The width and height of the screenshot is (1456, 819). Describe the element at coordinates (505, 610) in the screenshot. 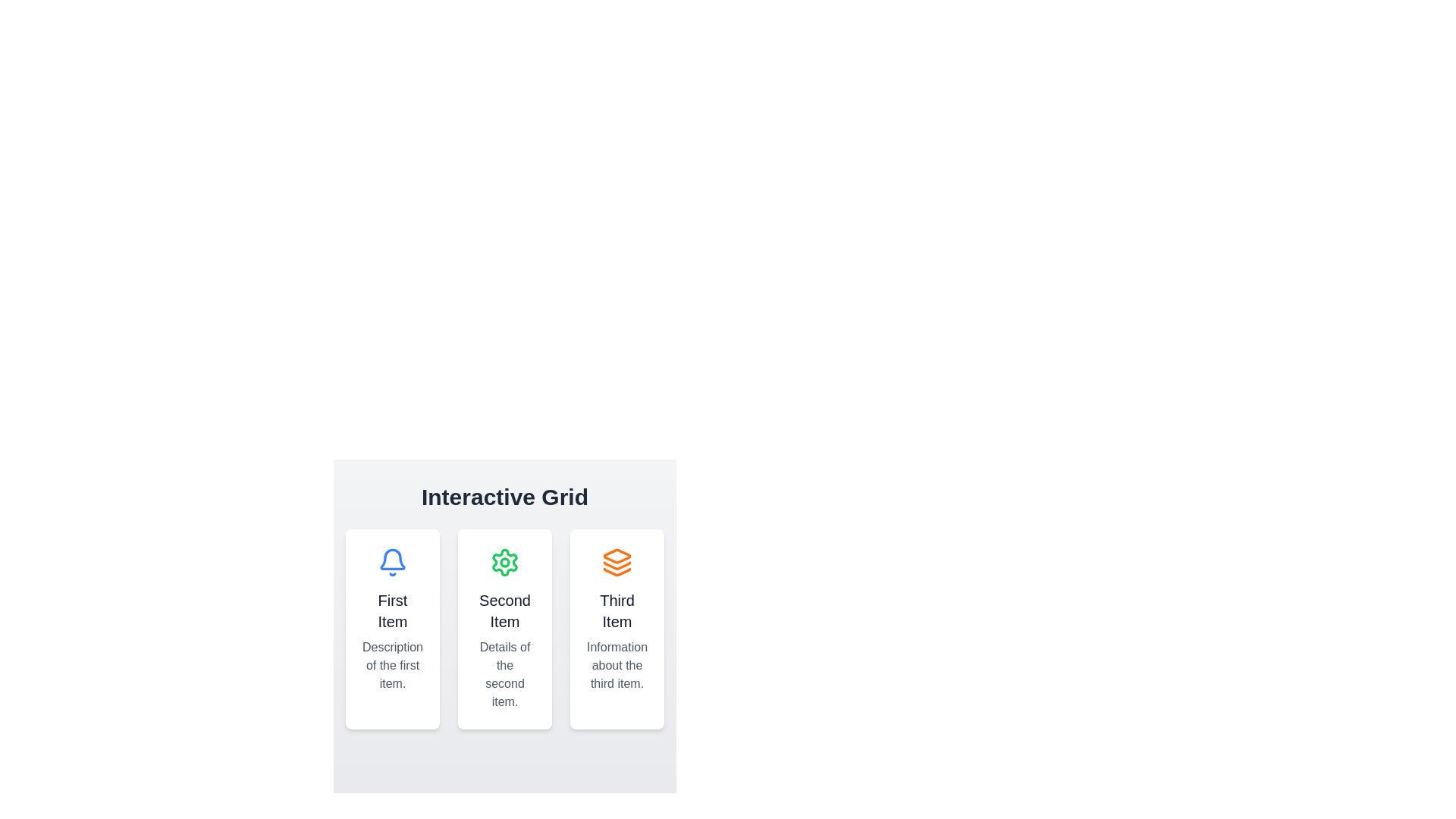

I see `the Text Label that serves as the title for the second interactive item, positioned above the descriptive text 'Details of the second item.'` at that location.